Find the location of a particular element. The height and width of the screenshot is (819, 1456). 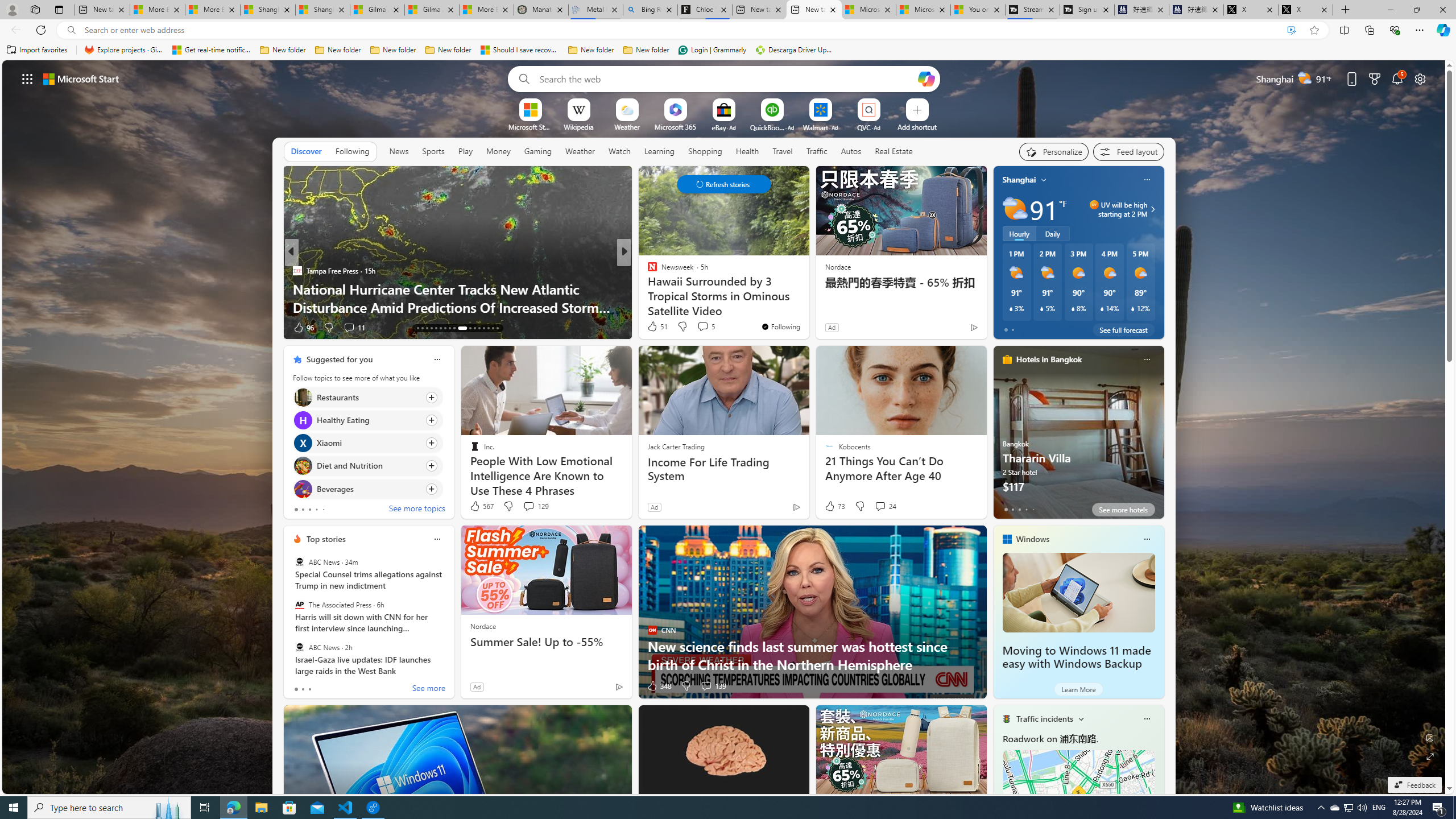

'View comments 3 Comment' is located at coordinates (698, 326).